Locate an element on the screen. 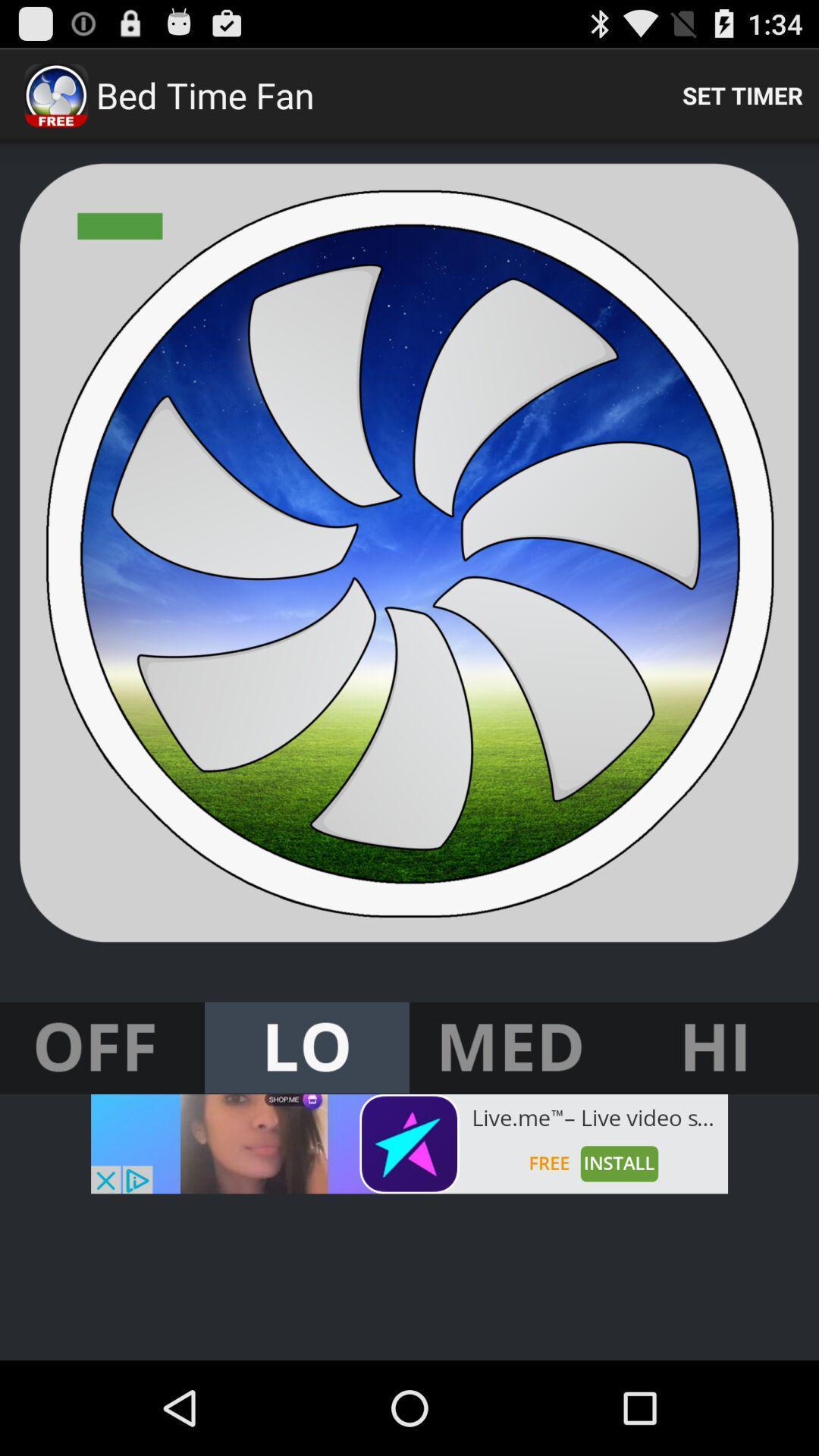 The image size is (819, 1456). click on advertisement is located at coordinates (409, 1144).